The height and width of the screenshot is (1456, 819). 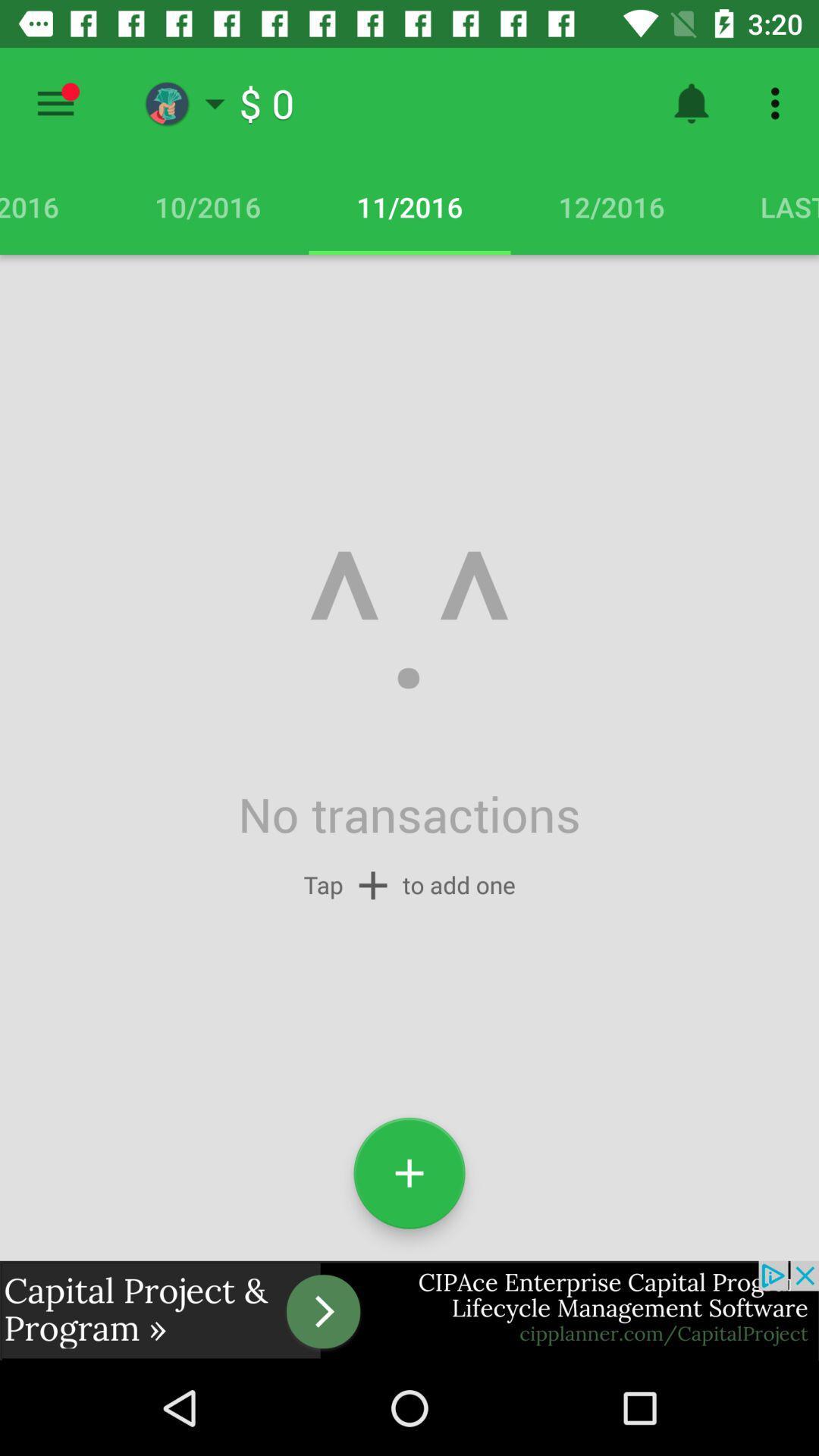 I want to click on menu icon, so click(x=55, y=102).